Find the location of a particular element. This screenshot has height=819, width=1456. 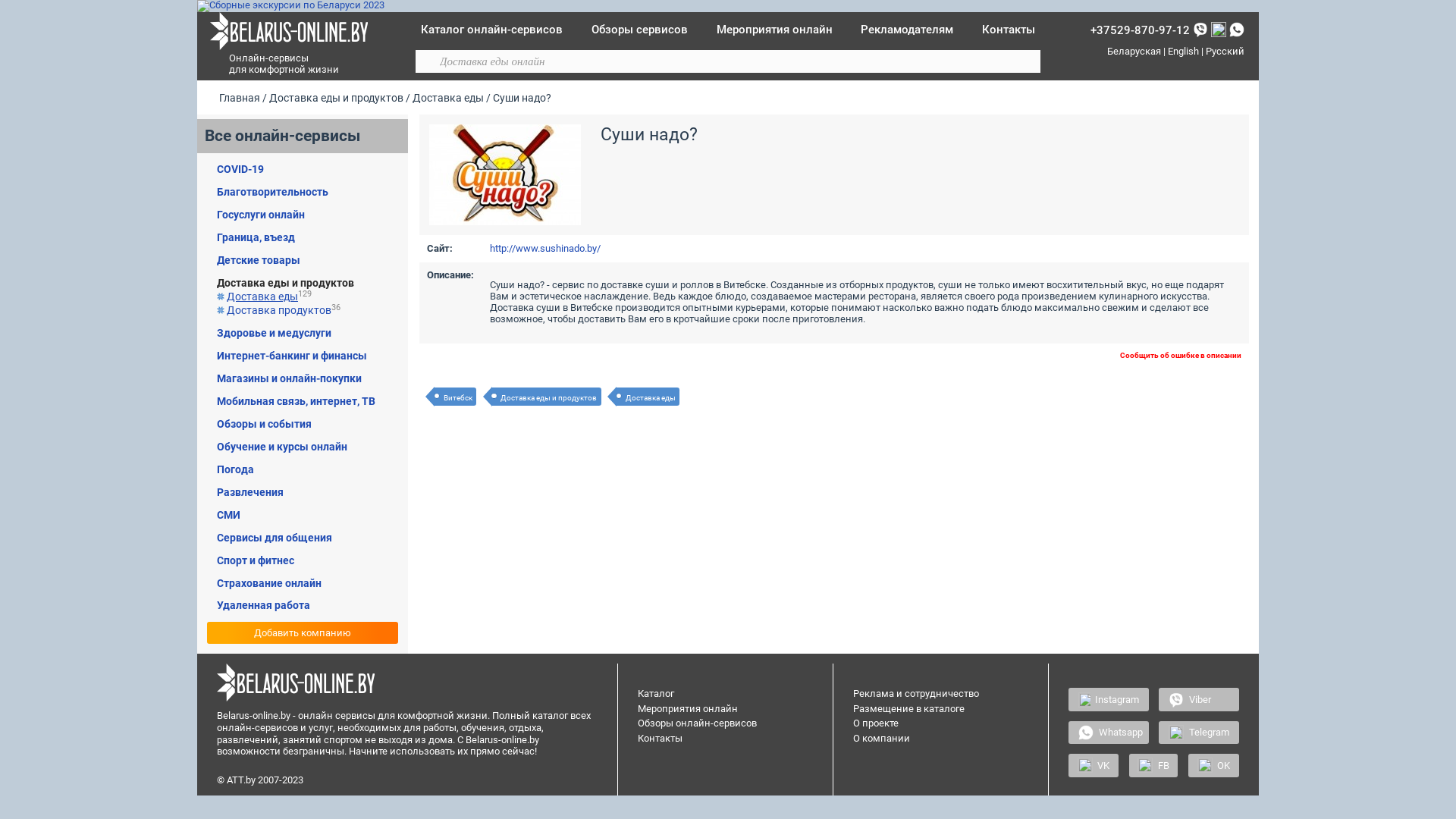

'Telegram' is located at coordinates (1157, 731).